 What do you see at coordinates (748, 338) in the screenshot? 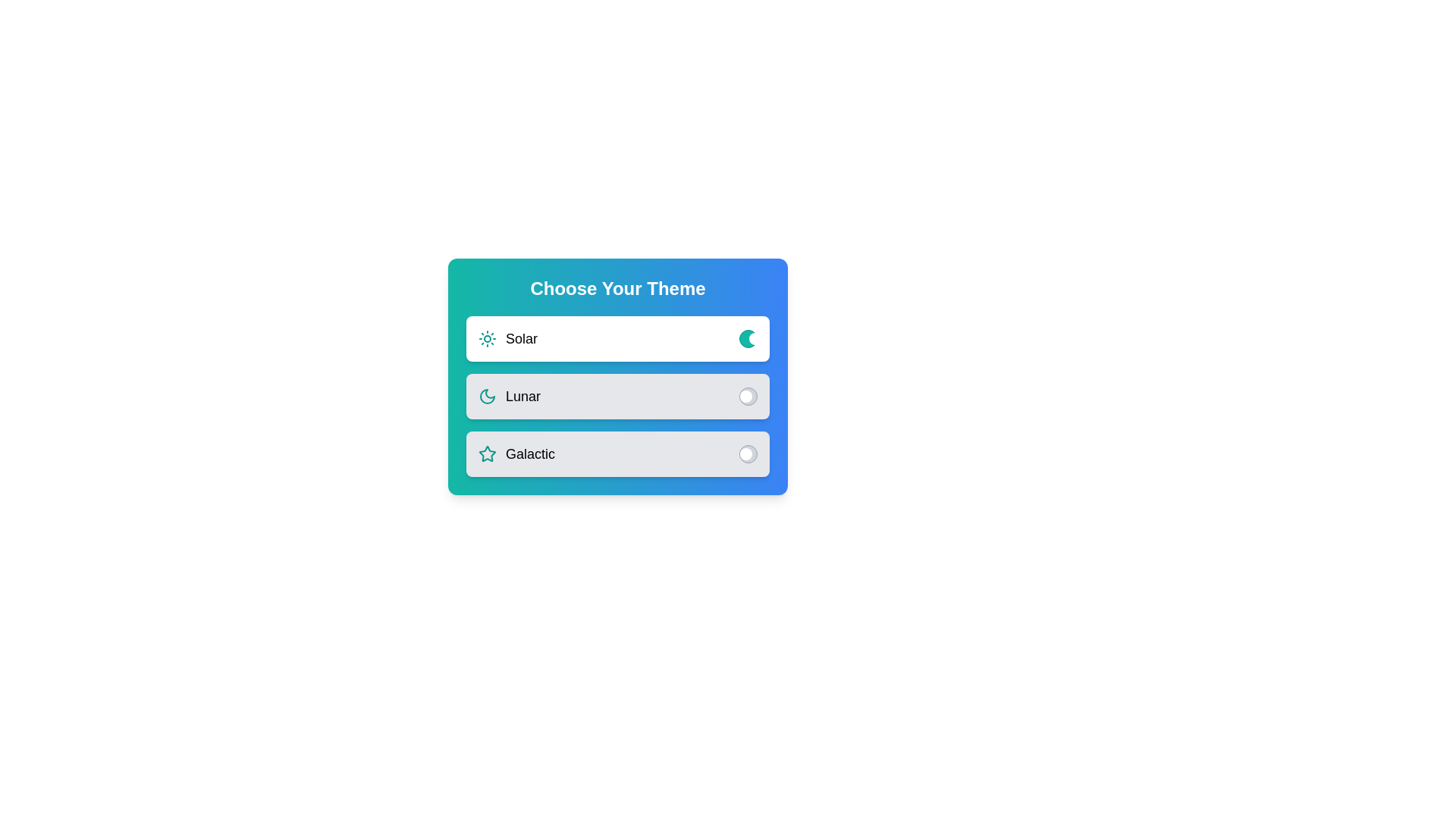
I see `the toggle button for the Solar theme` at bounding box center [748, 338].